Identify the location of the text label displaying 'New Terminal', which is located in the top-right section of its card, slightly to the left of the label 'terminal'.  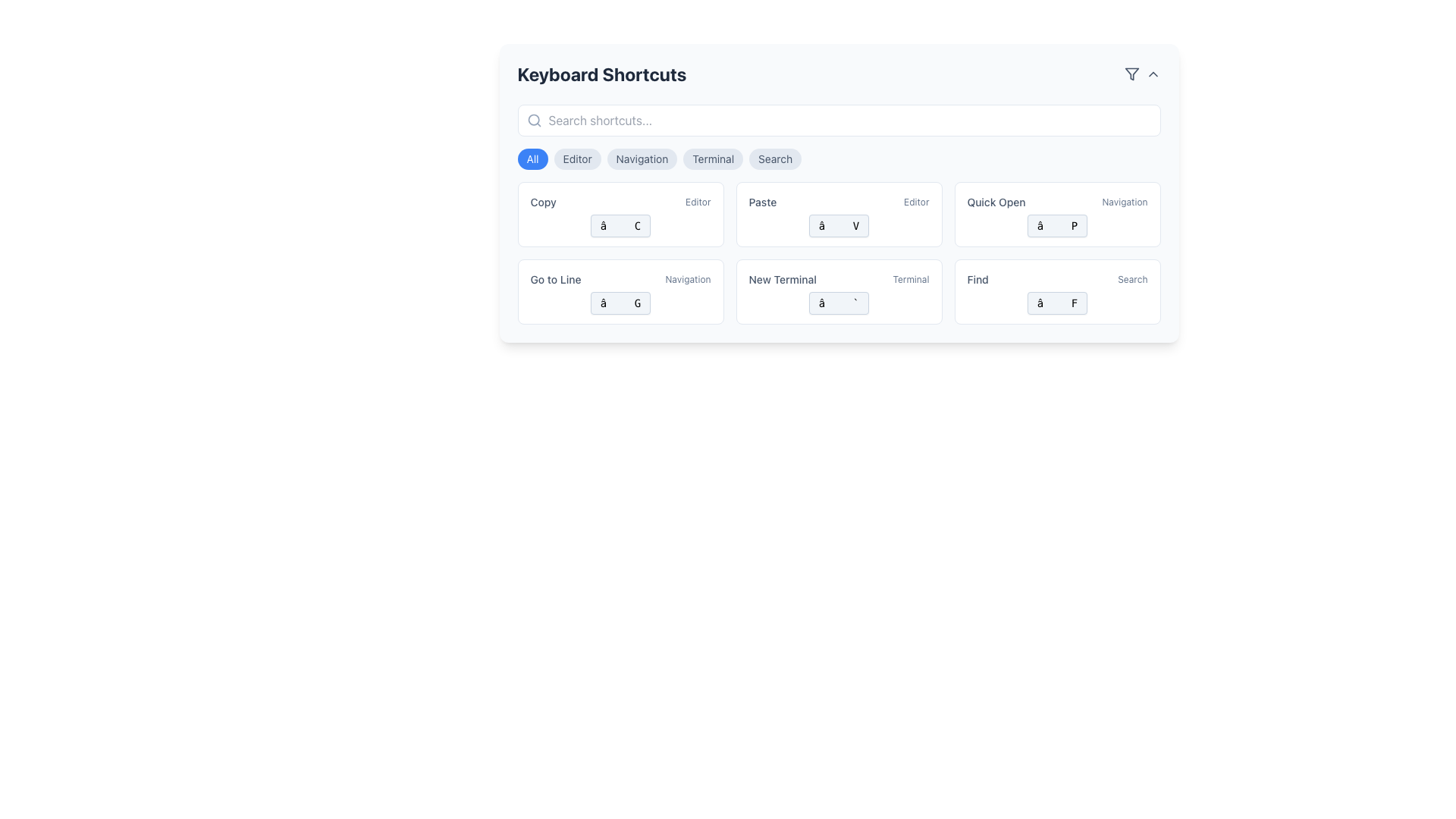
(783, 280).